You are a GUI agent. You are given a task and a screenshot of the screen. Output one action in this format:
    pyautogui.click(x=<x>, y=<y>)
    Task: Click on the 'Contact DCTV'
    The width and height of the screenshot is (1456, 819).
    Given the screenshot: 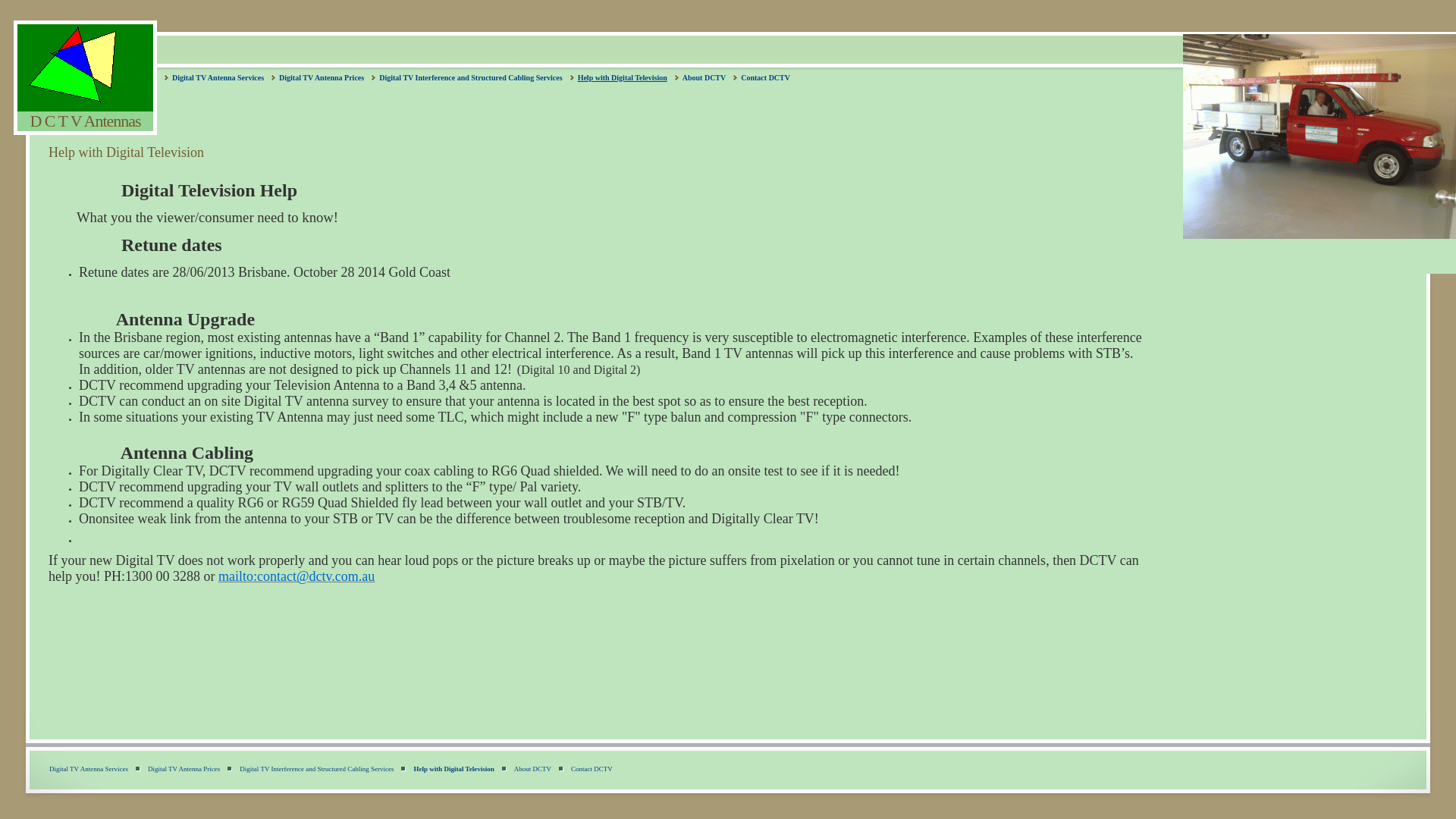 What is the action you would take?
    pyautogui.click(x=765, y=77)
    